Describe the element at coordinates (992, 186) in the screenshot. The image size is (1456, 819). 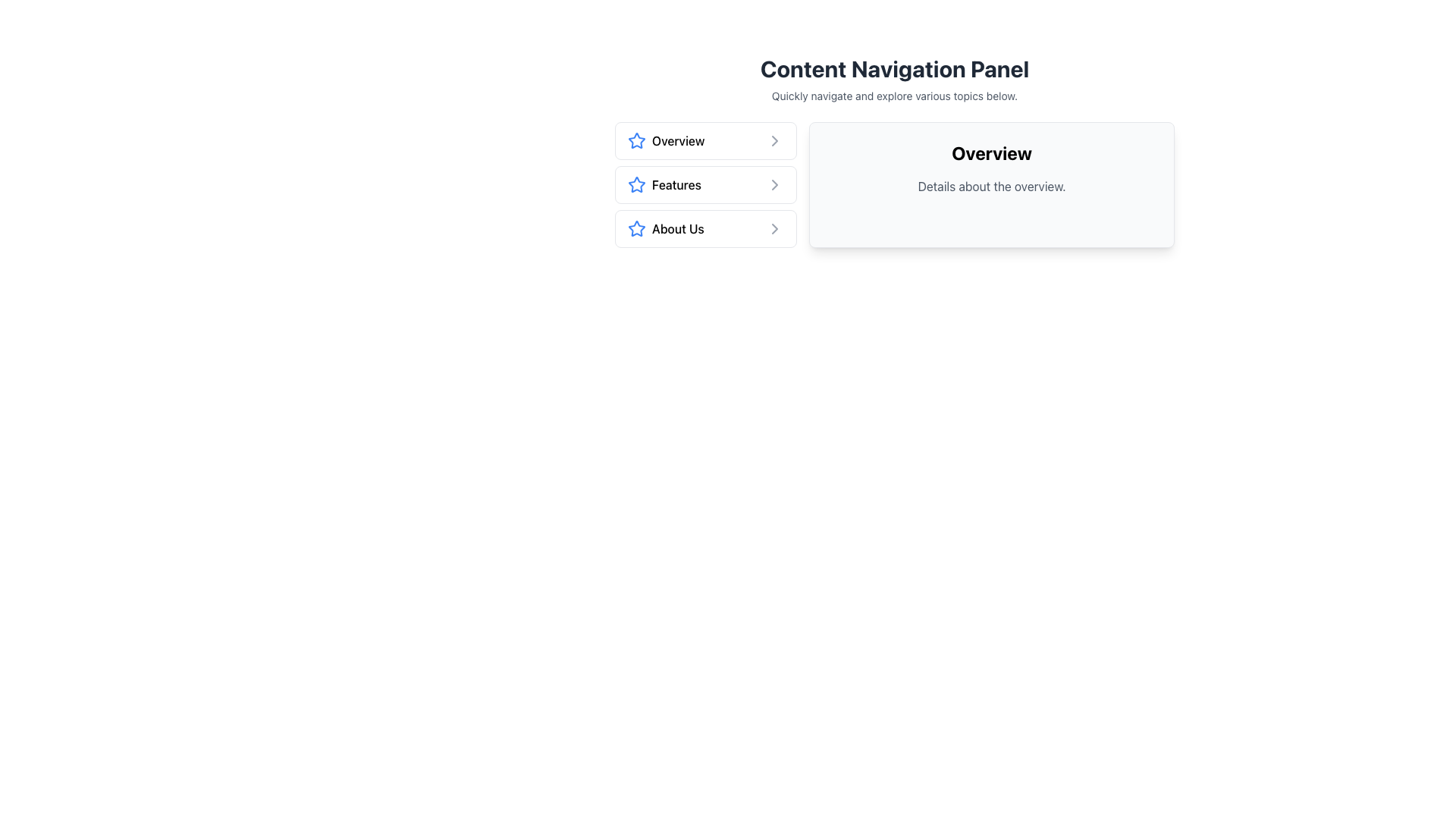
I see `the static text label located below the 'Overview' heading in the right panel, which provides auxiliary information about the topic` at that location.